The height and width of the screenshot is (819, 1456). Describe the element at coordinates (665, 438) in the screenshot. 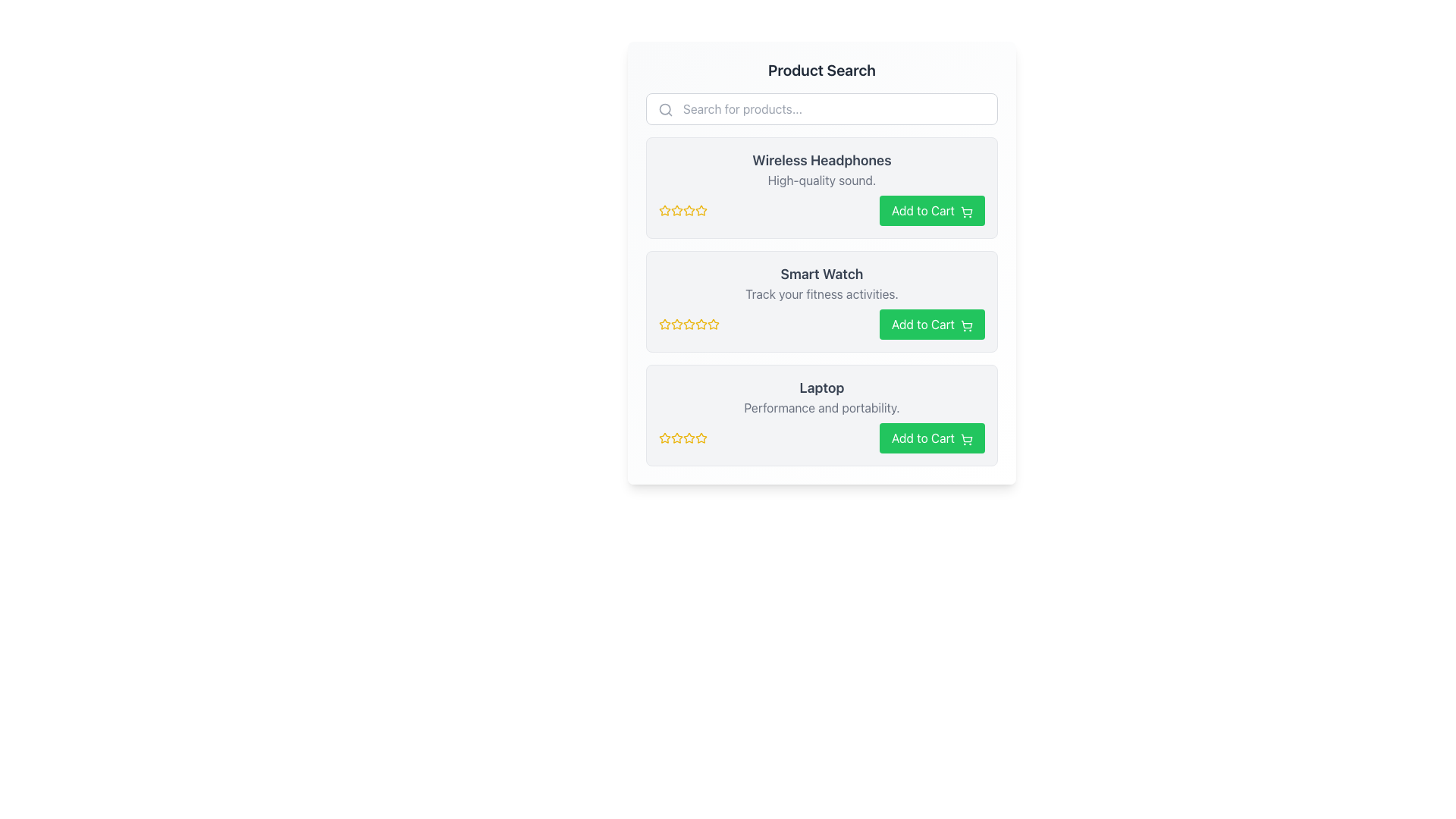

I see `the first yellow outlined star in the rating system located beneath the 'Laptop' description in the third product card` at that location.